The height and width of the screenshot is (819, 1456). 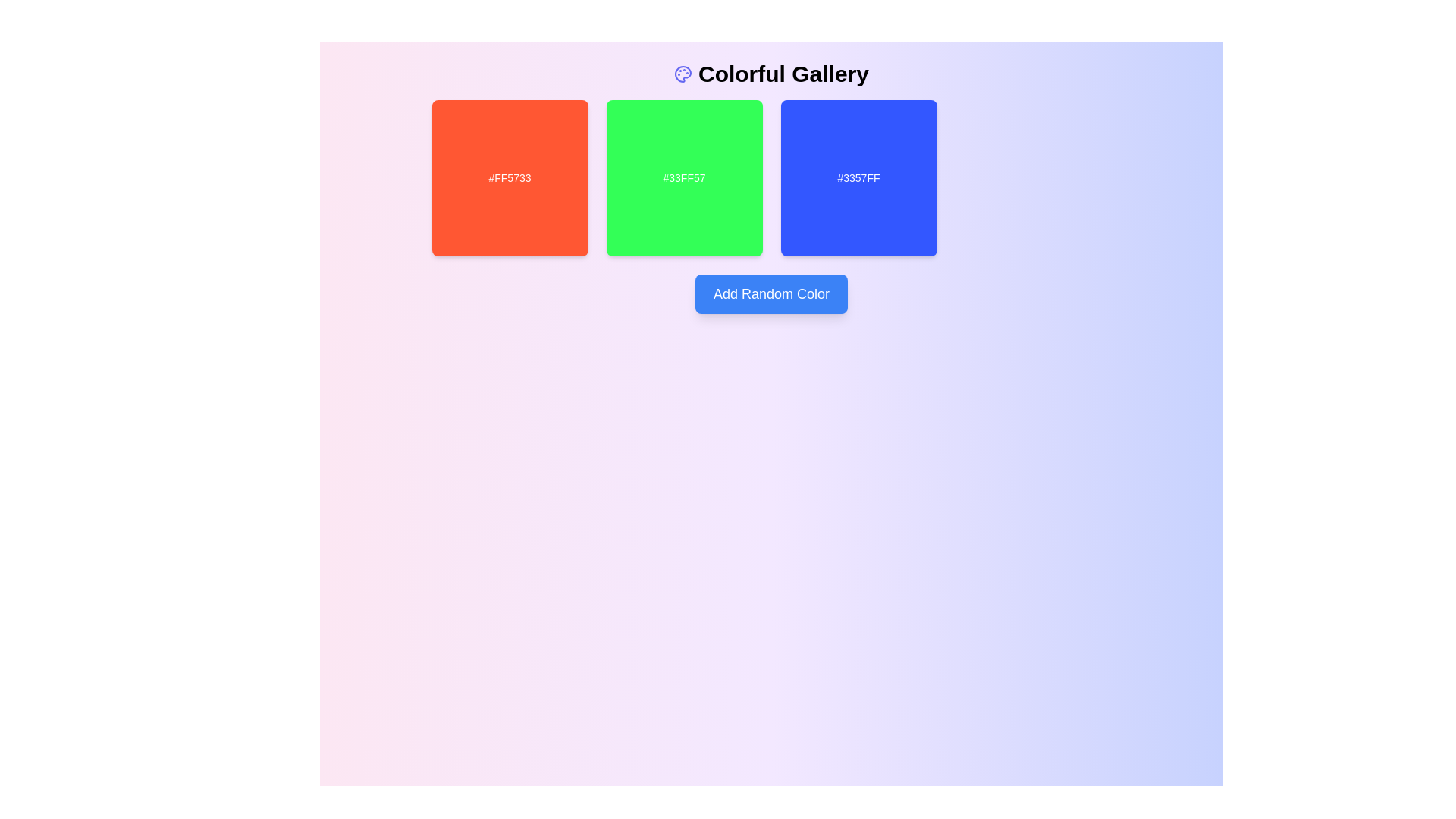 What do you see at coordinates (771, 74) in the screenshot?
I see `the text heading with an icon that serves as the title for the interface, located at the top of the interface above a grid of colored blocks` at bounding box center [771, 74].